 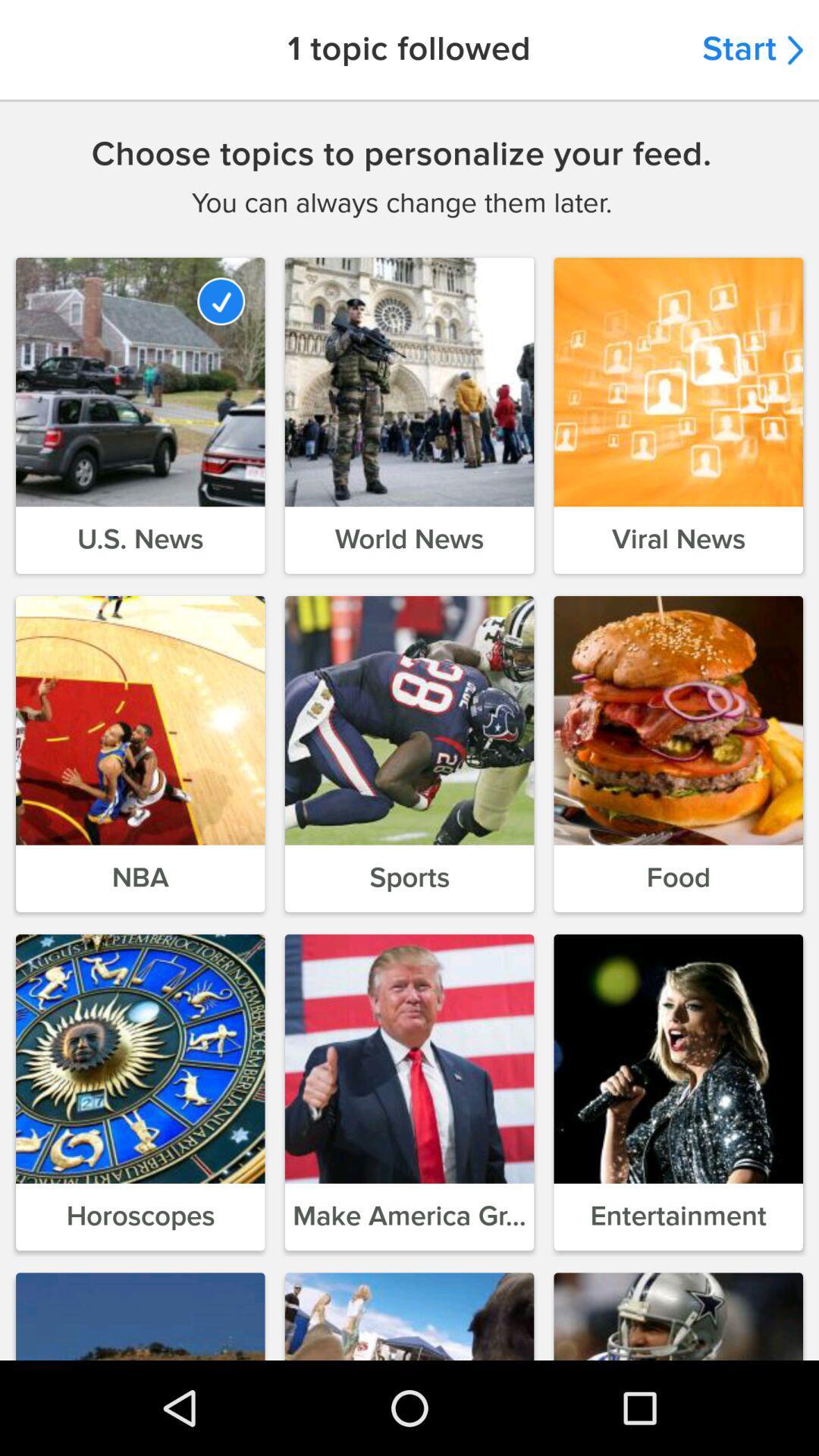 I want to click on start icon, so click(x=752, y=49).